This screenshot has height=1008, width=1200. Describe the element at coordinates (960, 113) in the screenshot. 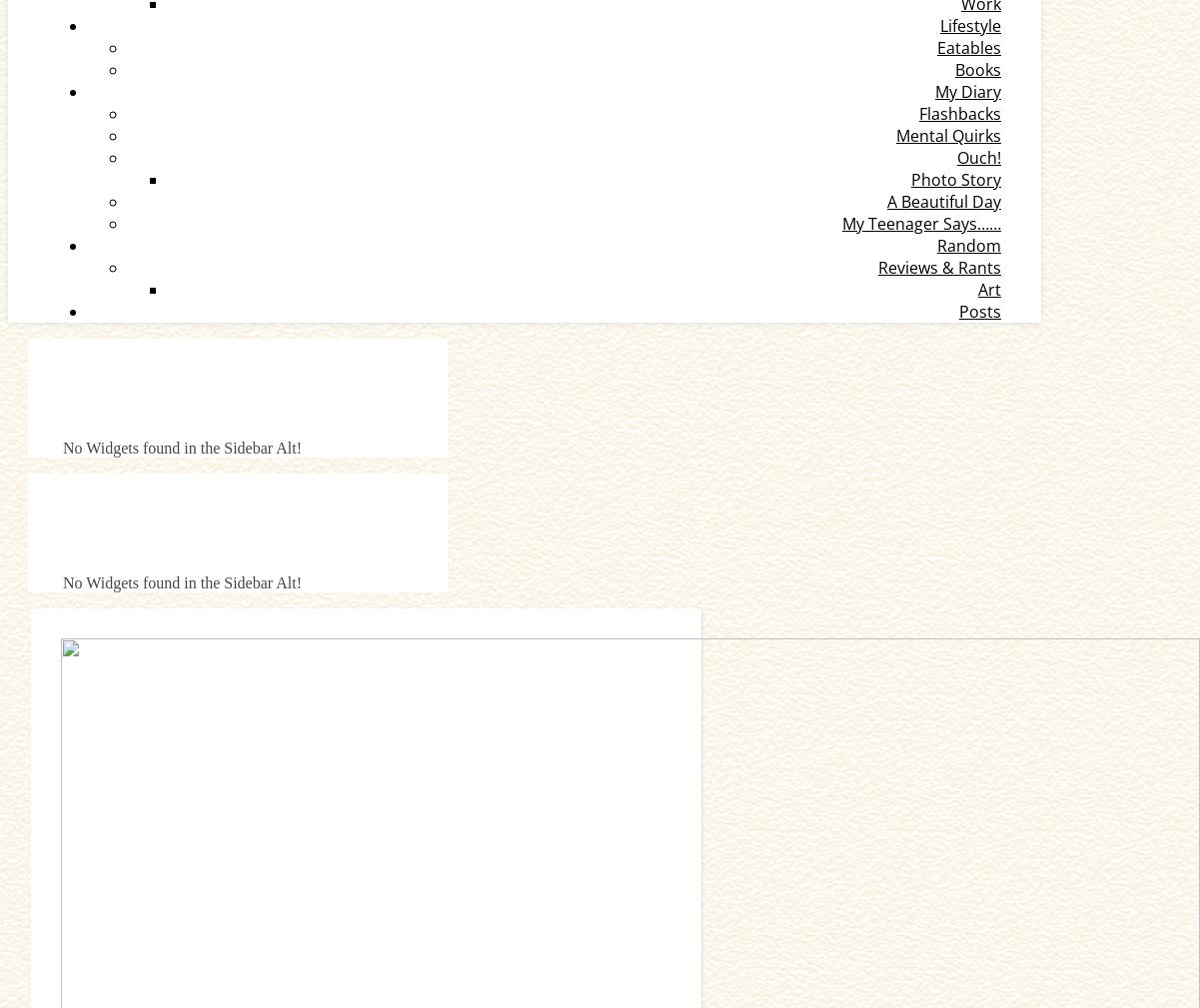

I see `'Flashbacks'` at that location.